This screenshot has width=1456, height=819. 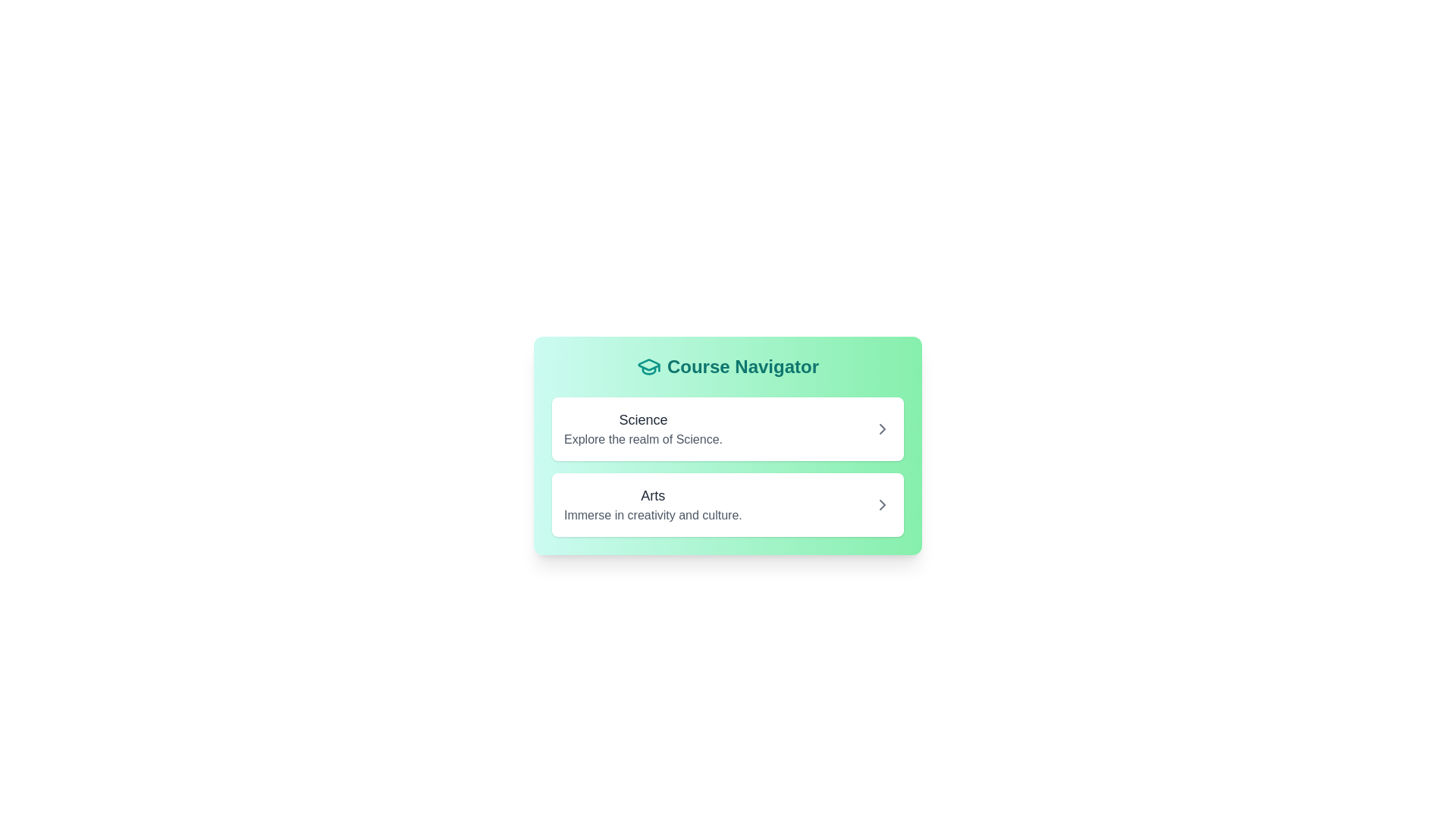 What do you see at coordinates (643, 420) in the screenshot?
I see `the Science category title text label in the Course Navigator, which is centrally positioned within a green card and above the description 'Explore the realm of Science.'` at bounding box center [643, 420].